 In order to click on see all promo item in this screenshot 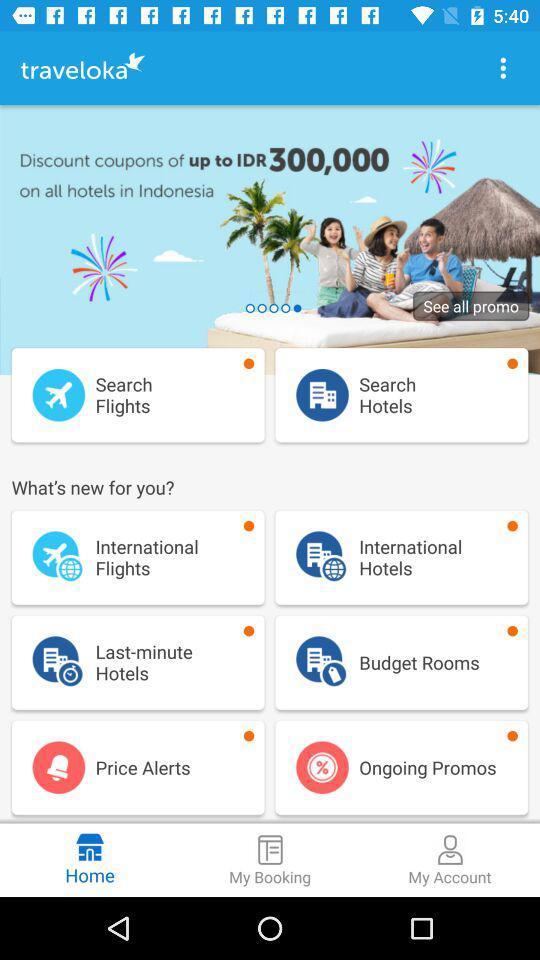, I will do `click(471, 306)`.